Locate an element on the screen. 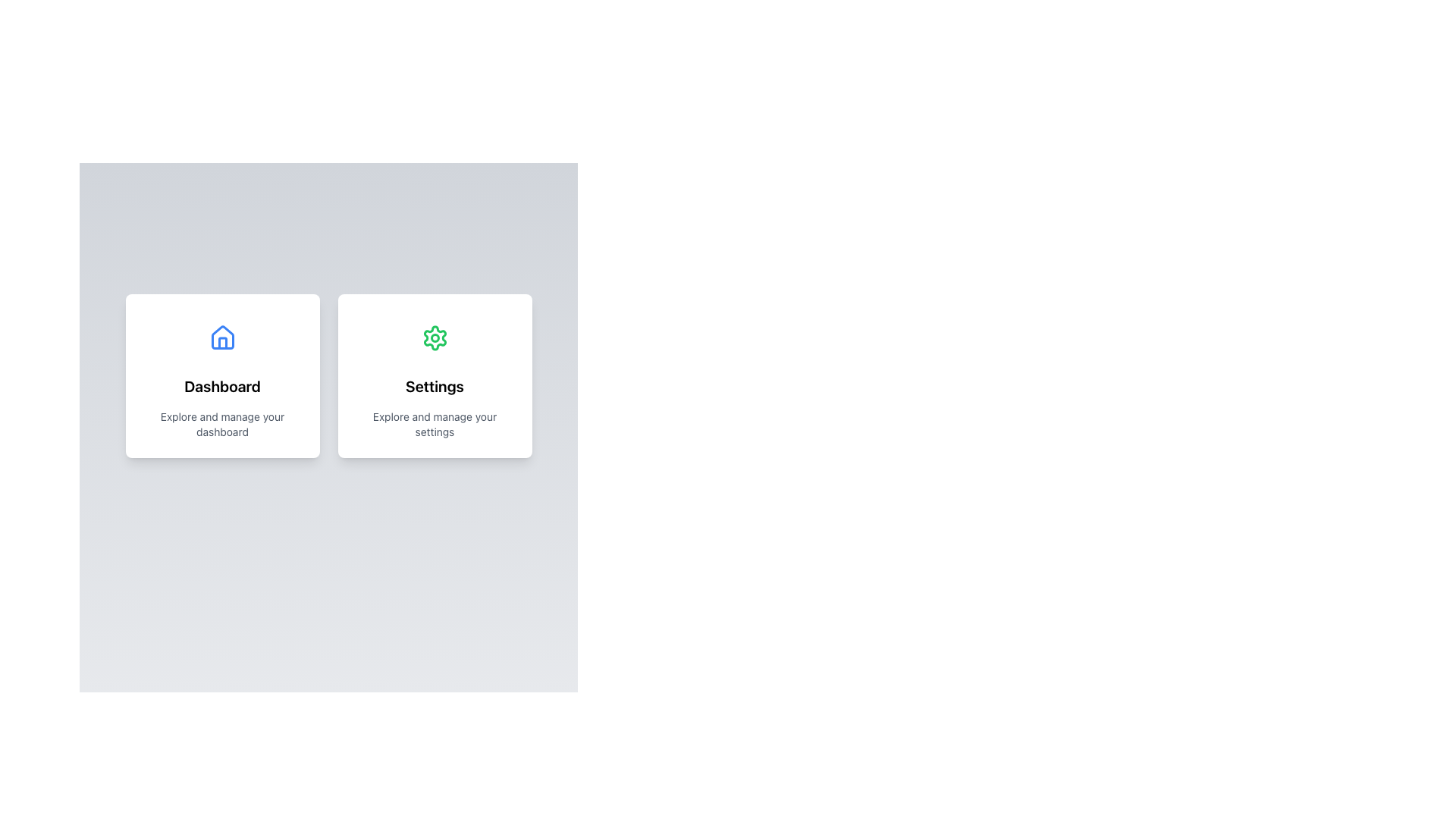 The height and width of the screenshot is (819, 1456). the 'Settings' icon located on the rectangular button card to the right of the 'Dashboard' card, which is centered at the top of the card is located at coordinates (434, 337).